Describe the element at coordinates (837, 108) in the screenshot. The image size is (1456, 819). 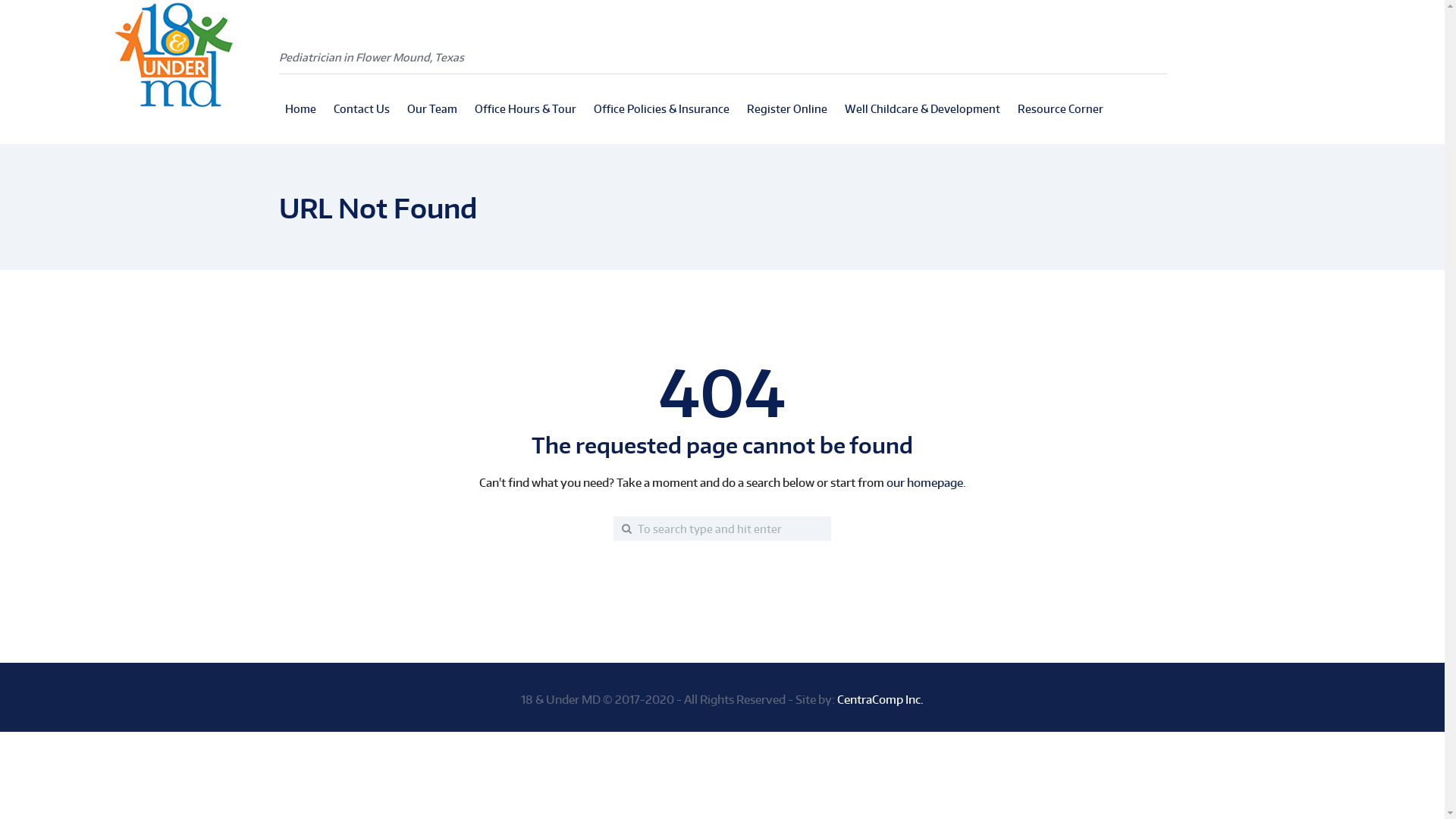
I see `'Well Childcare & Development'` at that location.